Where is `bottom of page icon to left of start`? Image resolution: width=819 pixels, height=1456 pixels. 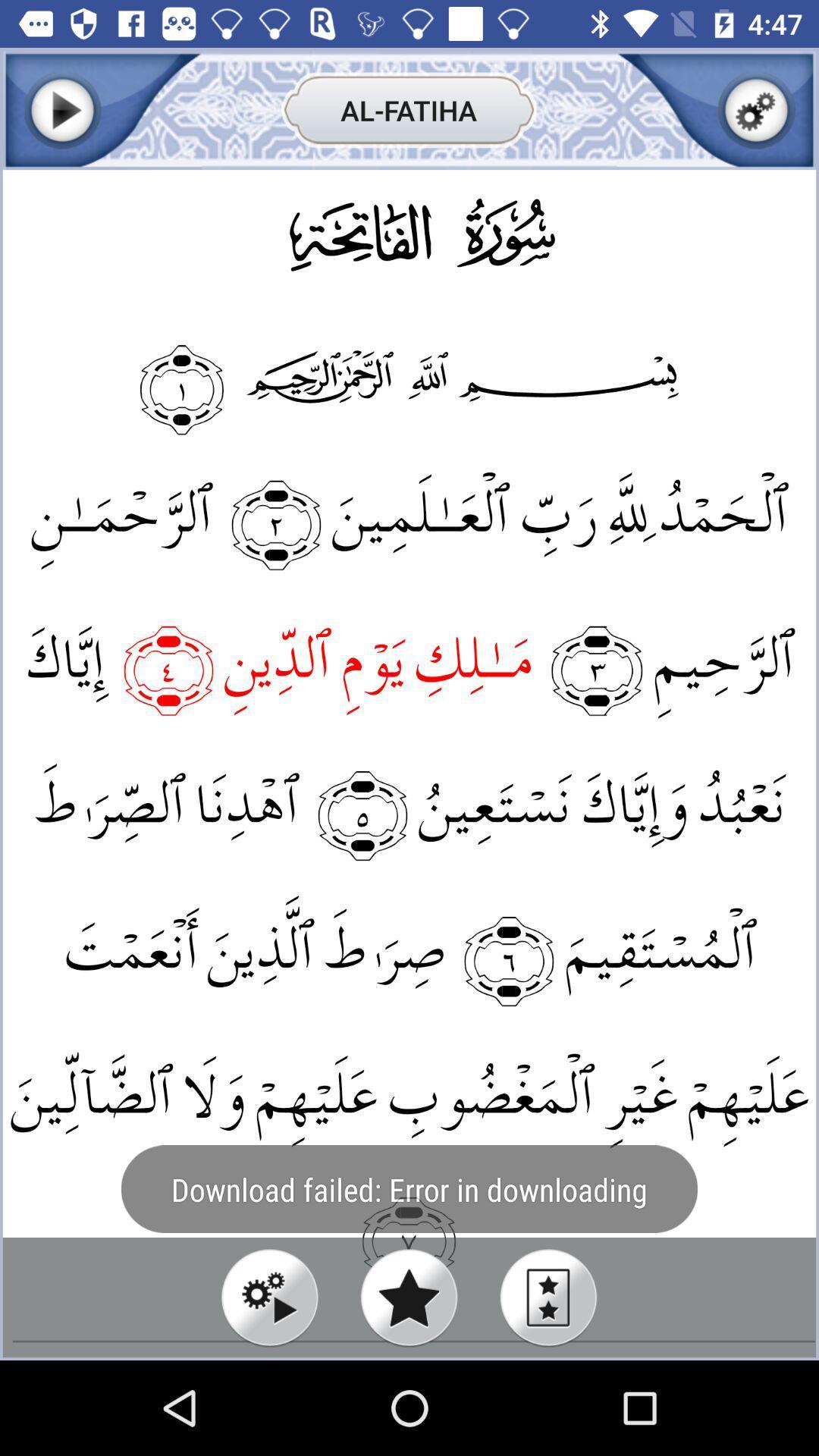 bottom of page icon to left of start is located at coordinates (268, 1297).